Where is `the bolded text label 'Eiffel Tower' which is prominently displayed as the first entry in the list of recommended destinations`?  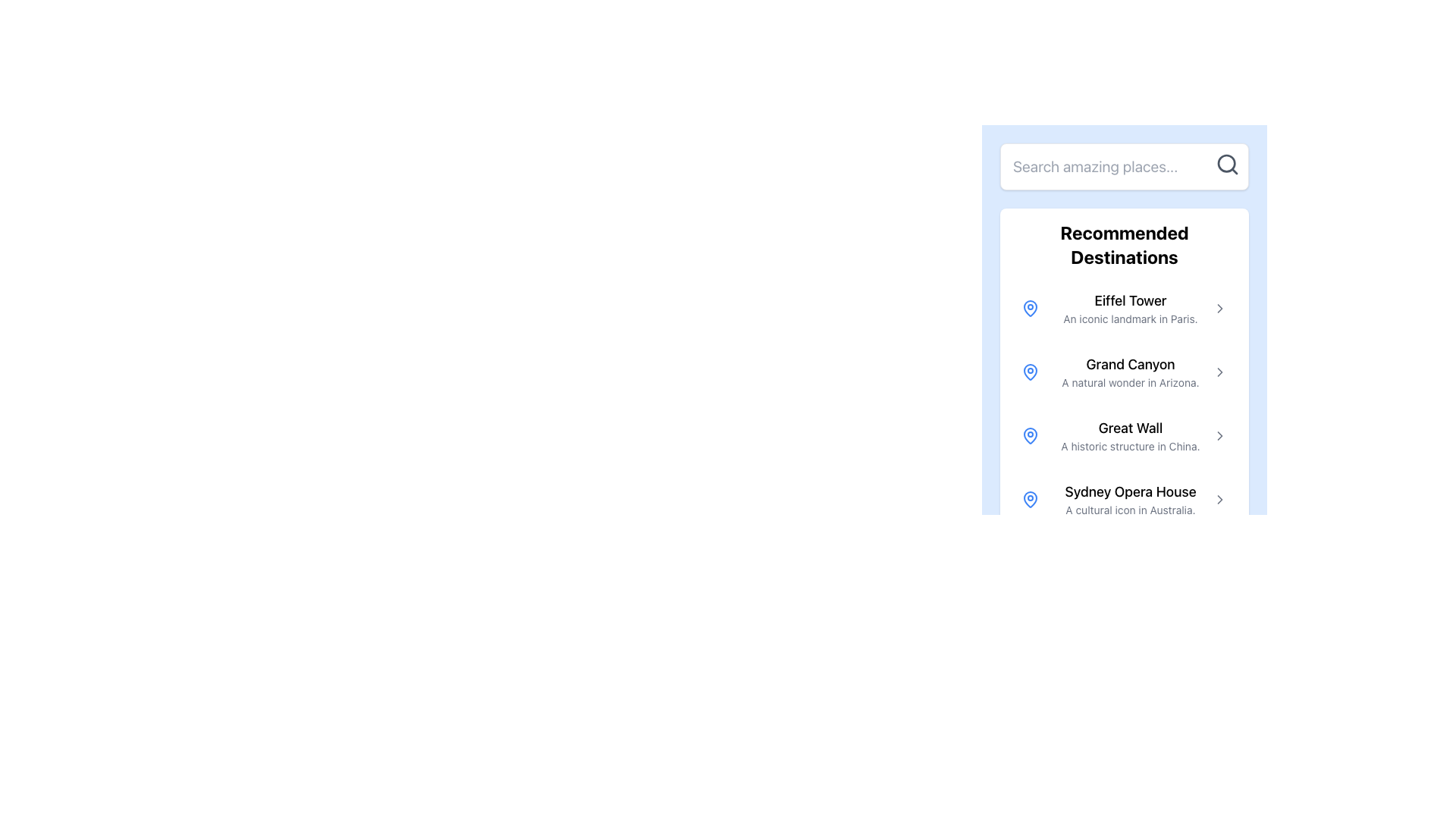 the bolded text label 'Eiffel Tower' which is prominently displayed as the first entry in the list of recommended destinations is located at coordinates (1131, 301).